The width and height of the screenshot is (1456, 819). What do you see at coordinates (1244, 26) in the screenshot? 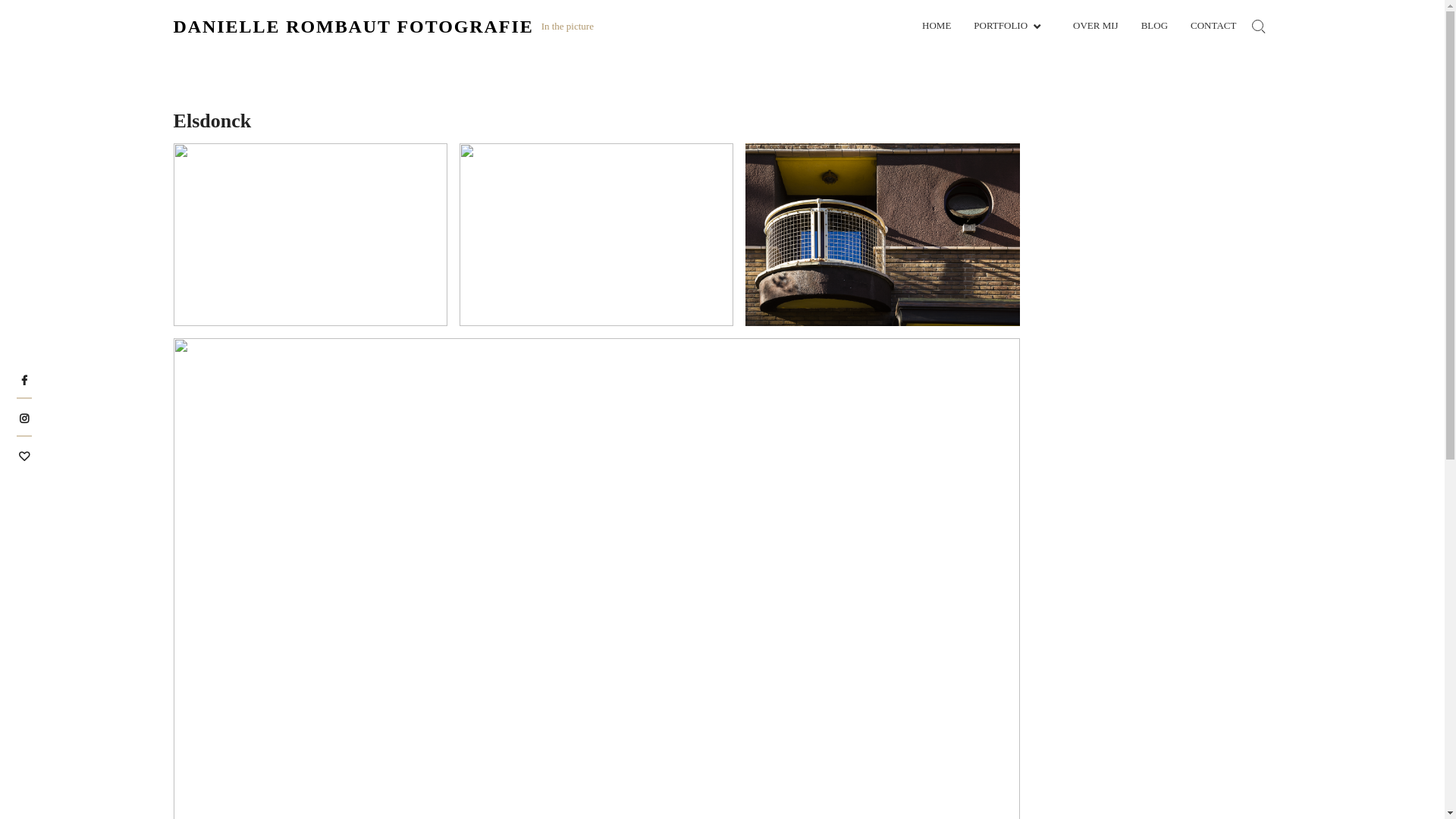
I see `'Search for:'` at bounding box center [1244, 26].